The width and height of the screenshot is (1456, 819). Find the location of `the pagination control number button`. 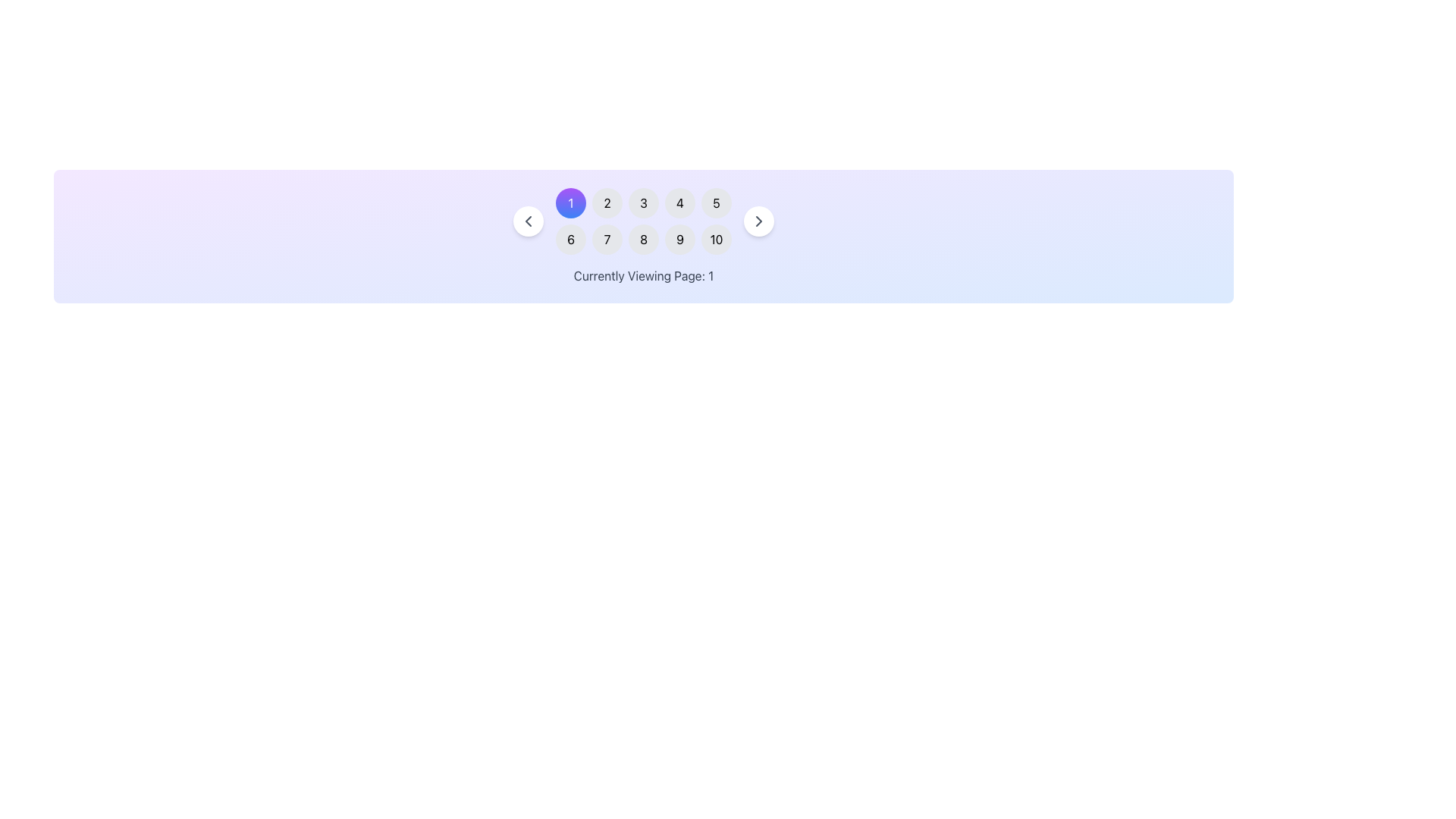

the pagination control number button is located at coordinates (644, 221).